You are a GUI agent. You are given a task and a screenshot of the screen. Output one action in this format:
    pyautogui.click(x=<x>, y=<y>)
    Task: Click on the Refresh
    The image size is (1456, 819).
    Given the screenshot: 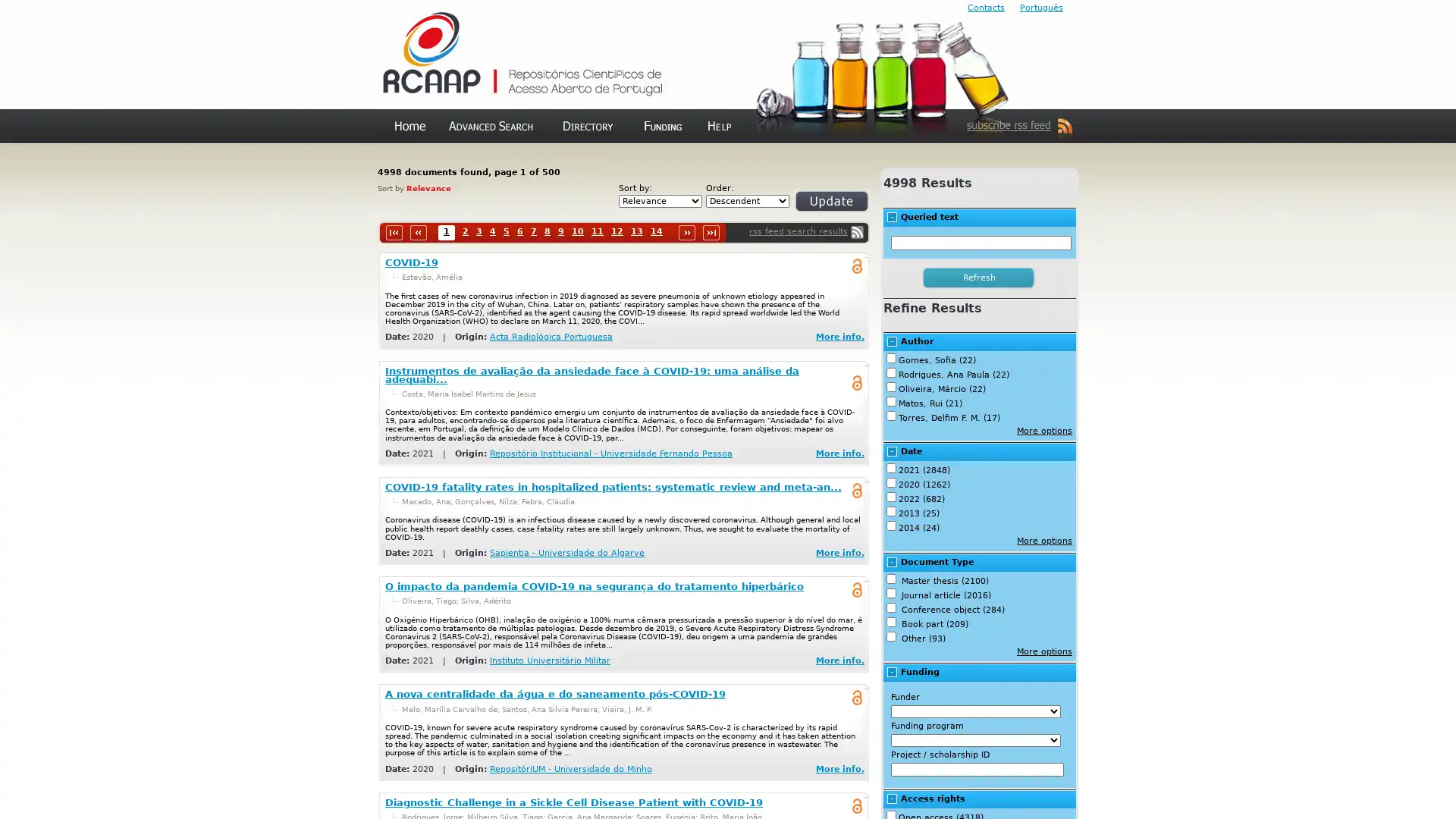 What is the action you would take?
    pyautogui.click(x=813, y=207)
    